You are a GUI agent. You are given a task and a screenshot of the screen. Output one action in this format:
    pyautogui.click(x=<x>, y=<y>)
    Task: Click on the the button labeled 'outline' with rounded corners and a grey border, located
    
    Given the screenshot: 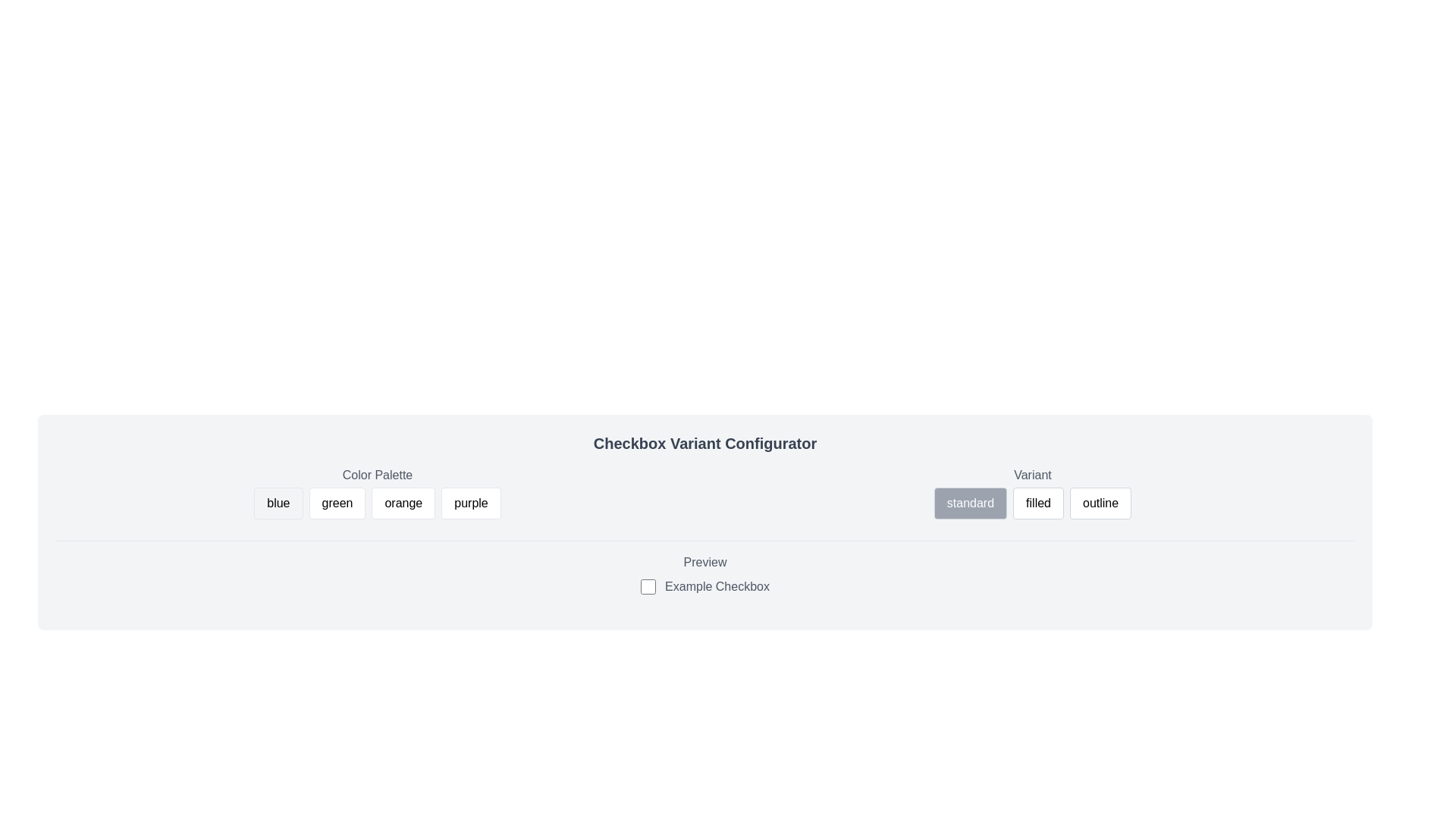 What is the action you would take?
    pyautogui.click(x=1100, y=503)
    